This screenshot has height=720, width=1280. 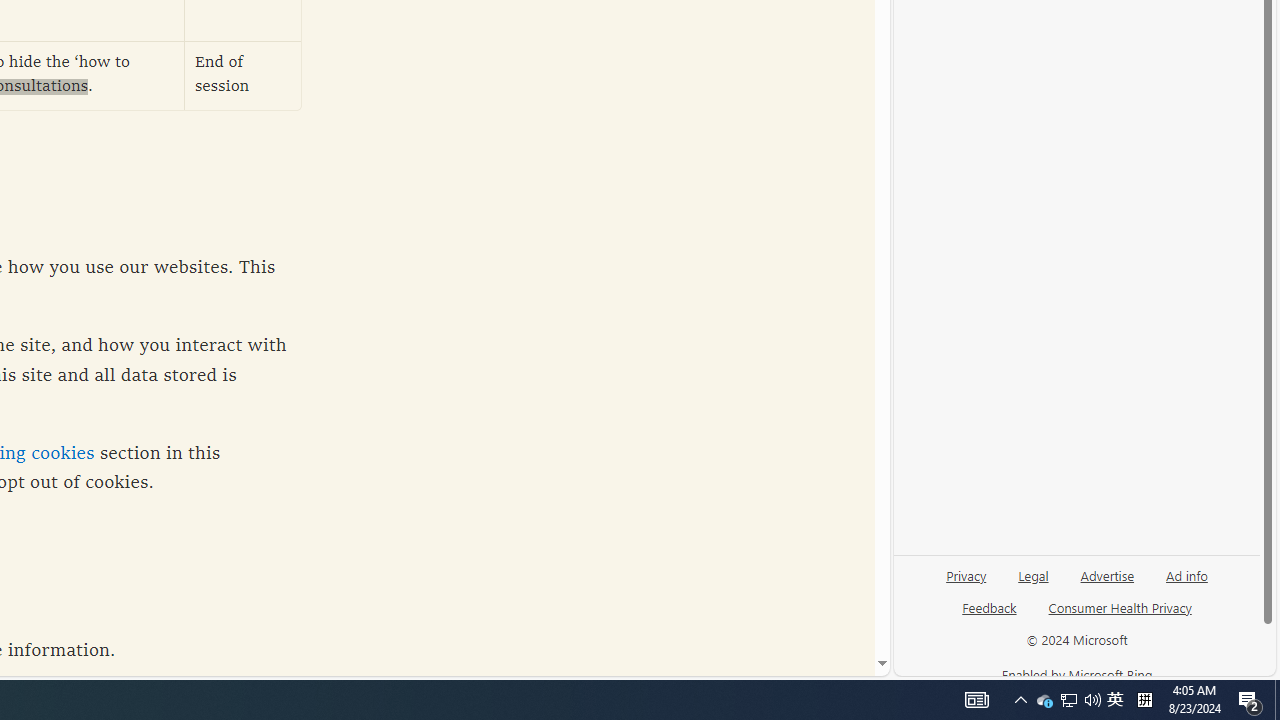 What do you see at coordinates (1120, 606) in the screenshot?
I see `'Consumer Health Privacy'` at bounding box center [1120, 606].